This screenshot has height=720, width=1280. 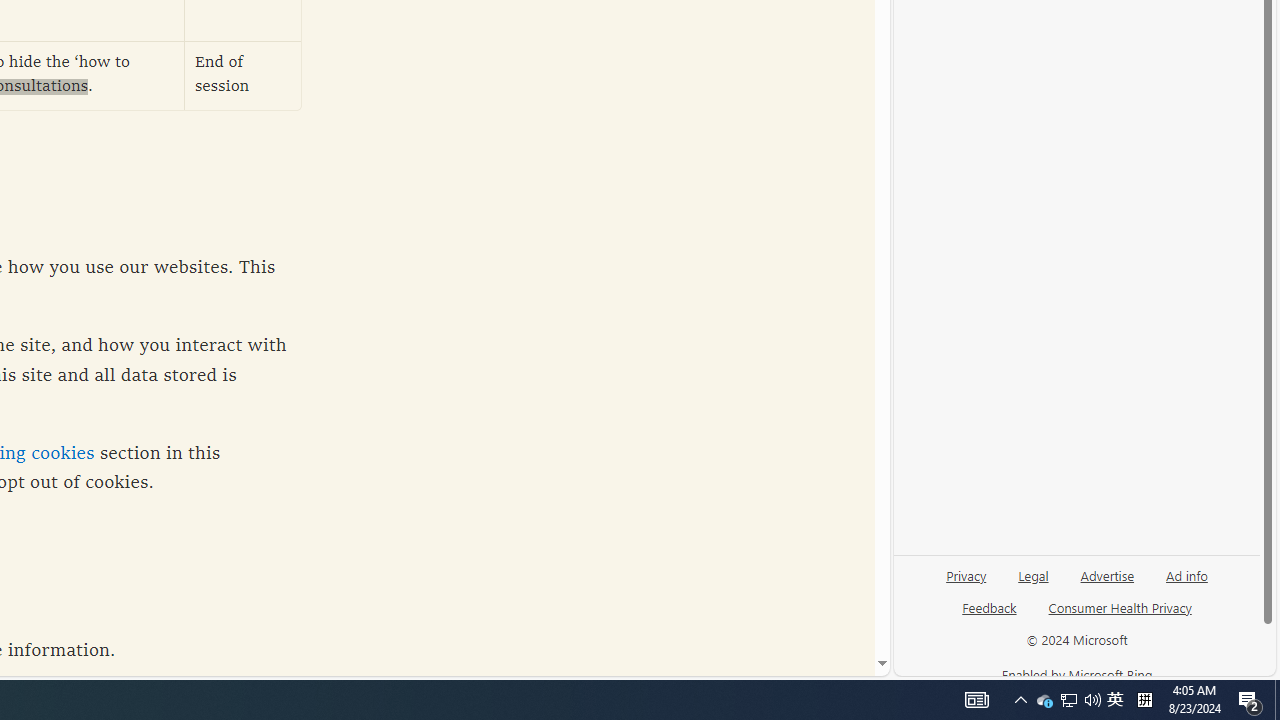 What do you see at coordinates (1120, 606) in the screenshot?
I see `'Consumer Health Privacy'` at bounding box center [1120, 606].